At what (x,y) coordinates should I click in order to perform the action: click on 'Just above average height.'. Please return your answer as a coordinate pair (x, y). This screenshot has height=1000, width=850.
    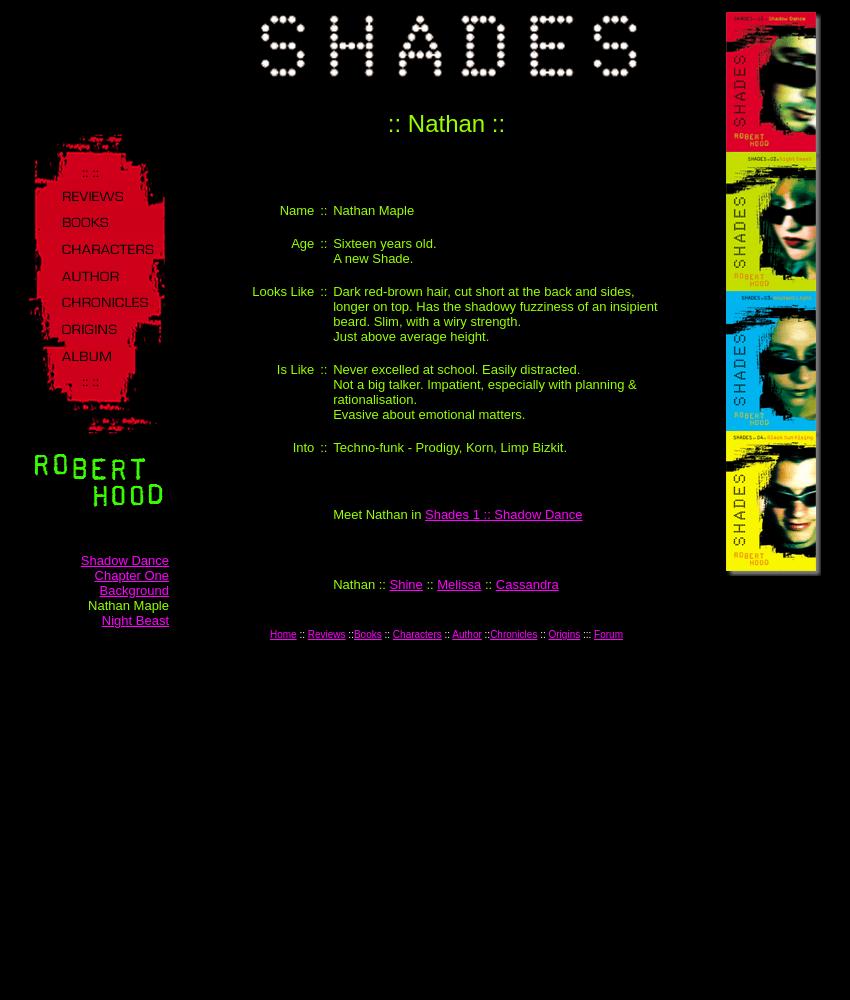
    Looking at the image, I should click on (333, 335).